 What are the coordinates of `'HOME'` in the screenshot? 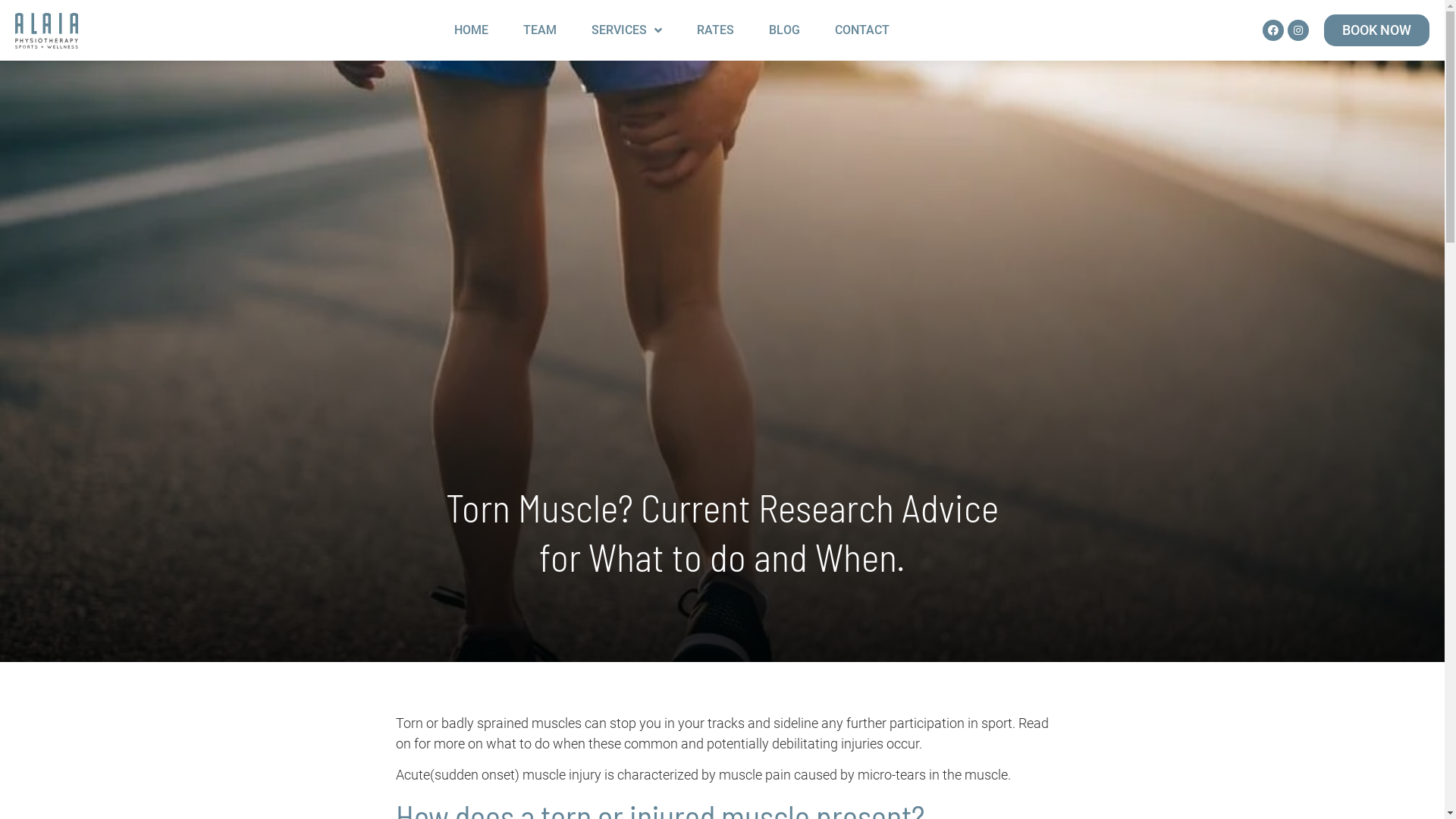 It's located at (470, 30).